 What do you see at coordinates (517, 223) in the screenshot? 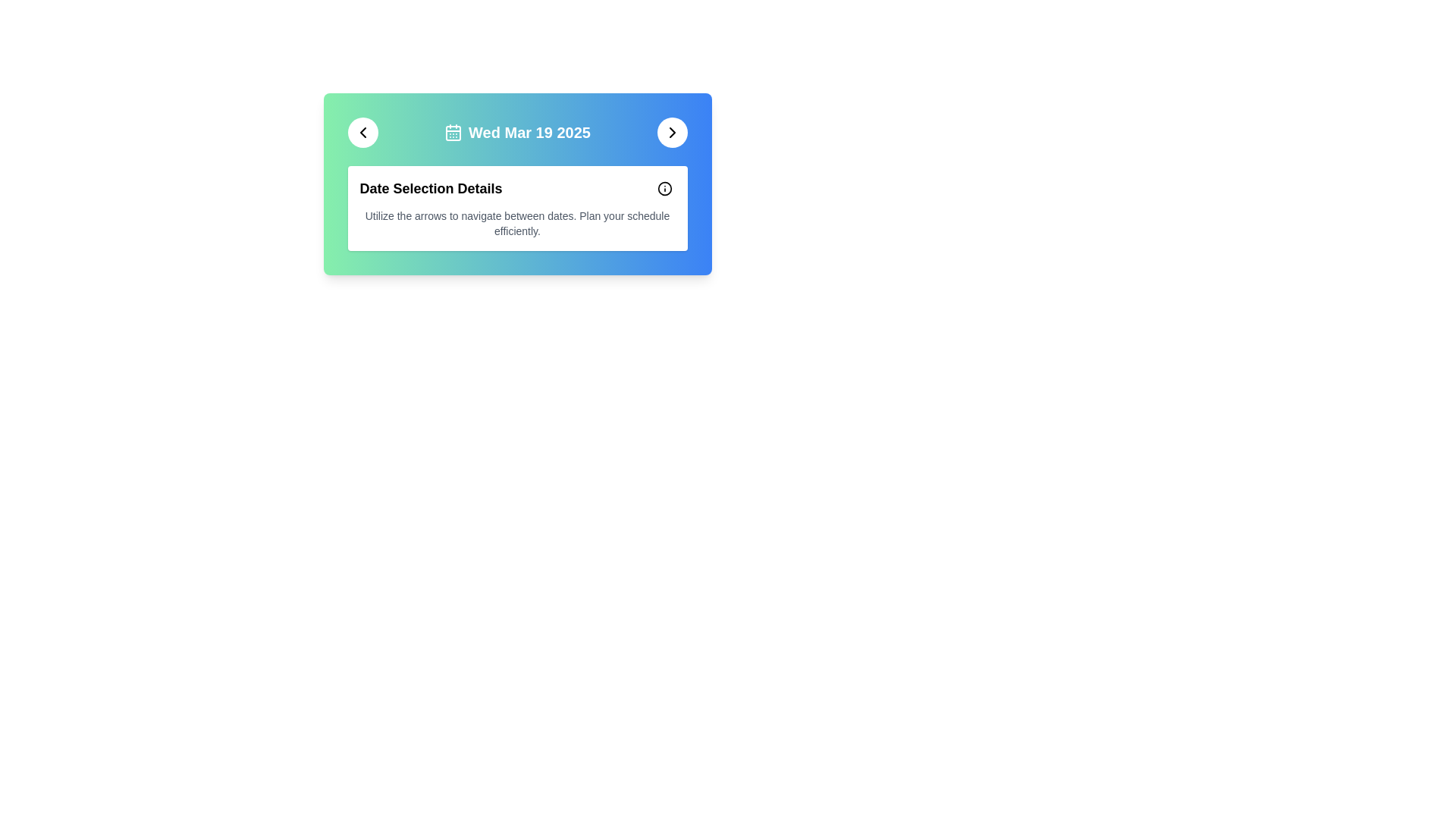
I see `the static text providing guidance on interacting with the date navigation functionality, located below the 'Date Selection Details' header` at bounding box center [517, 223].